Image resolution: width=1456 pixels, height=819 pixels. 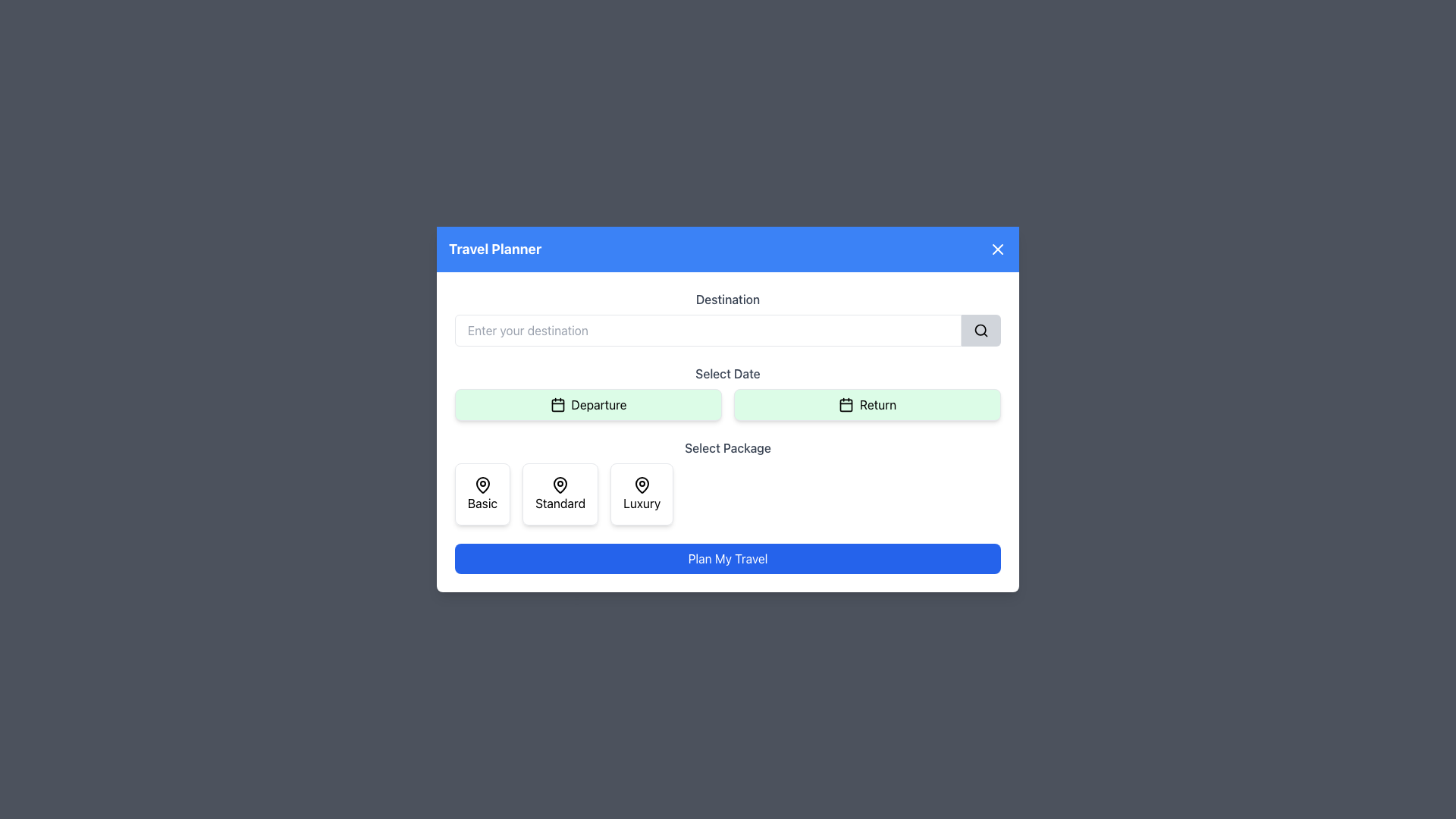 I want to click on the text label indicating the date selection section, which is located horizontally above the 'Departure' and 'Return' buttons, so click(x=728, y=374).